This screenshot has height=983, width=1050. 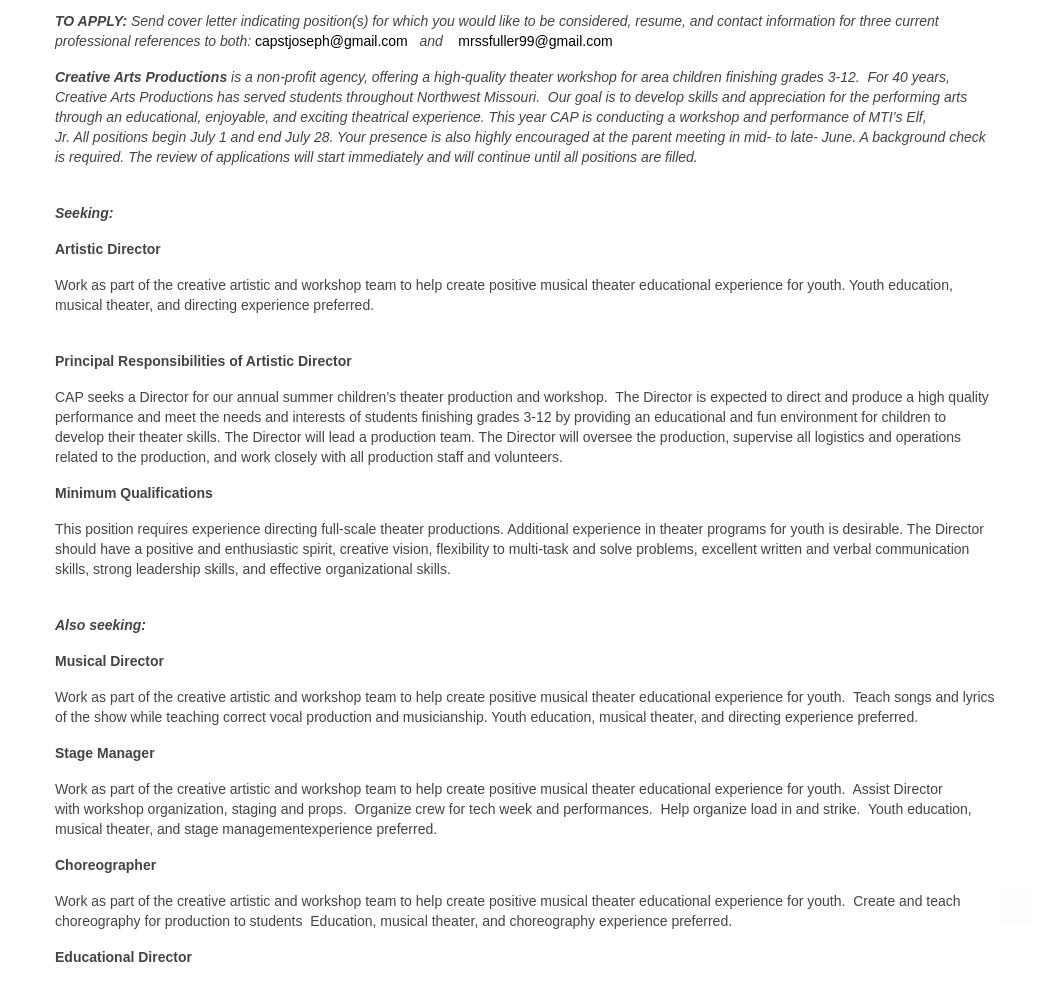 What do you see at coordinates (523, 705) in the screenshot?
I see `'Work as part of the creative artistic and workshop team to help create positive musical theater educational experience for youth.  Teach songs and lyrics of the show while teaching correct vocal production and musicianship. Youth education, musical theater, and directing experience preferred.'` at bounding box center [523, 705].